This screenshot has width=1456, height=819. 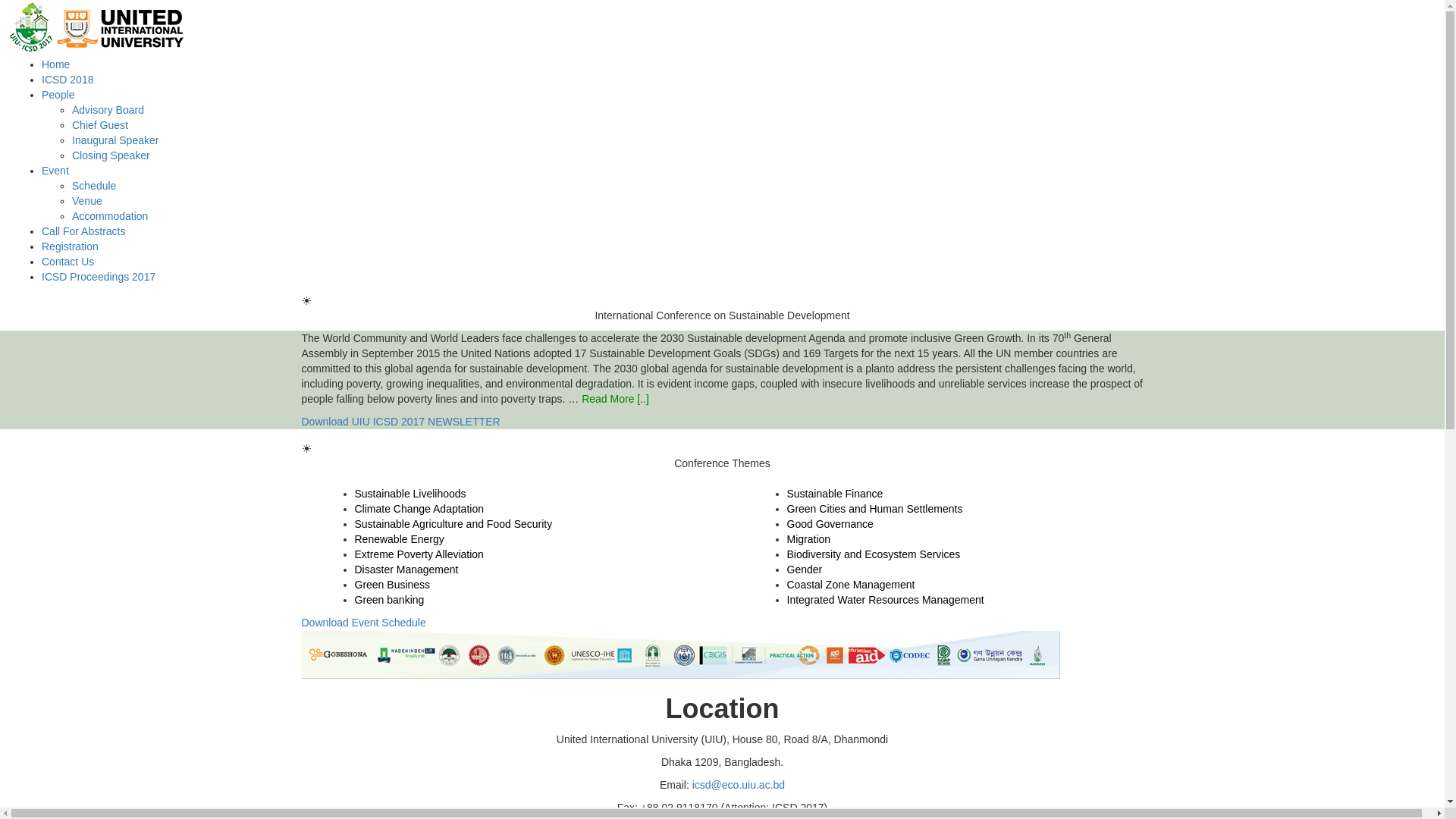 I want to click on 'Chief Guest', so click(x=99, y=124).